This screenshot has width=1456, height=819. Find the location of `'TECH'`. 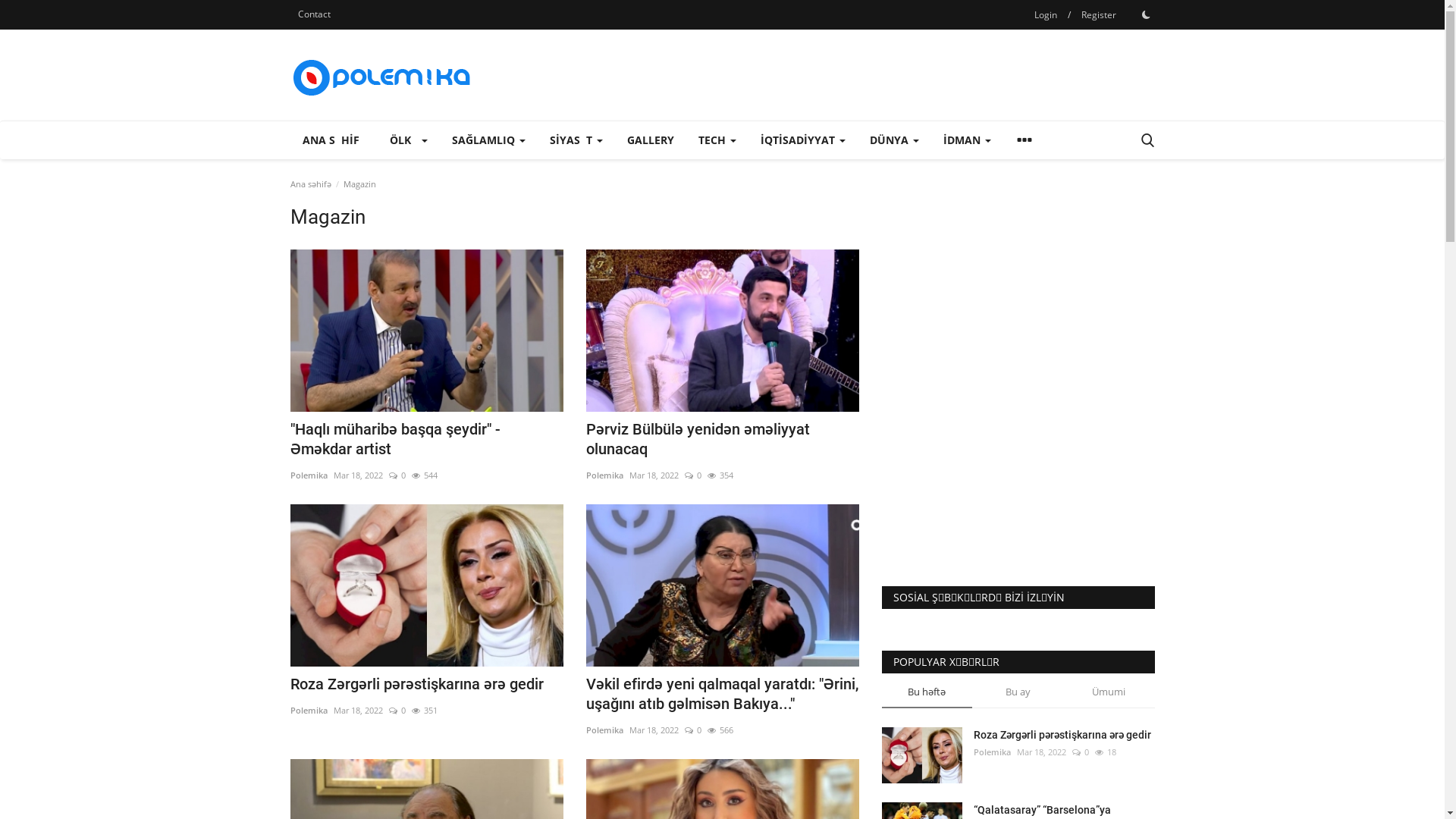

'TECH' is located at coordinates (716, 140).